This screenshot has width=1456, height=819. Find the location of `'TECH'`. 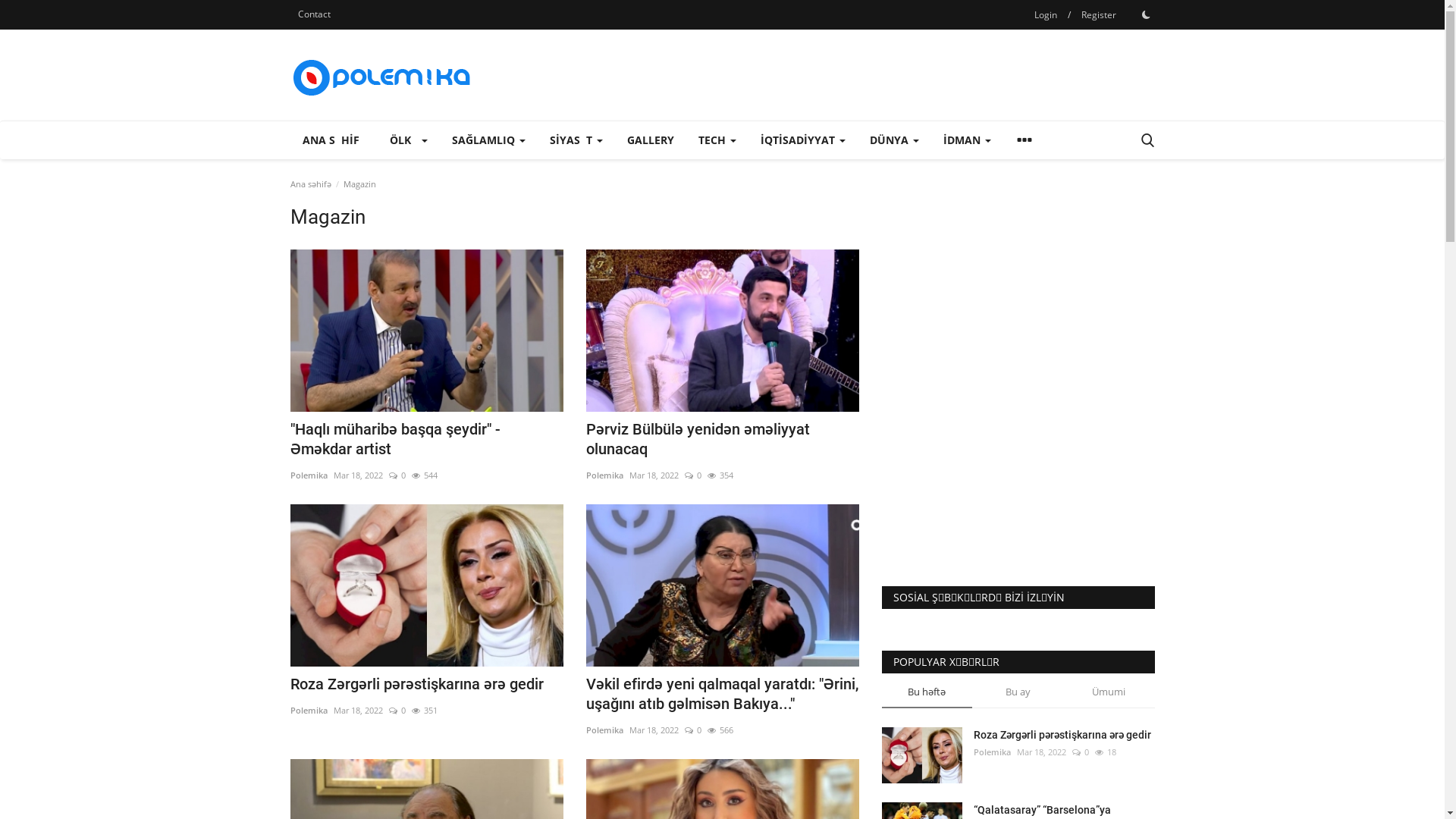

'TECH' is located at coordinates (716, 140).